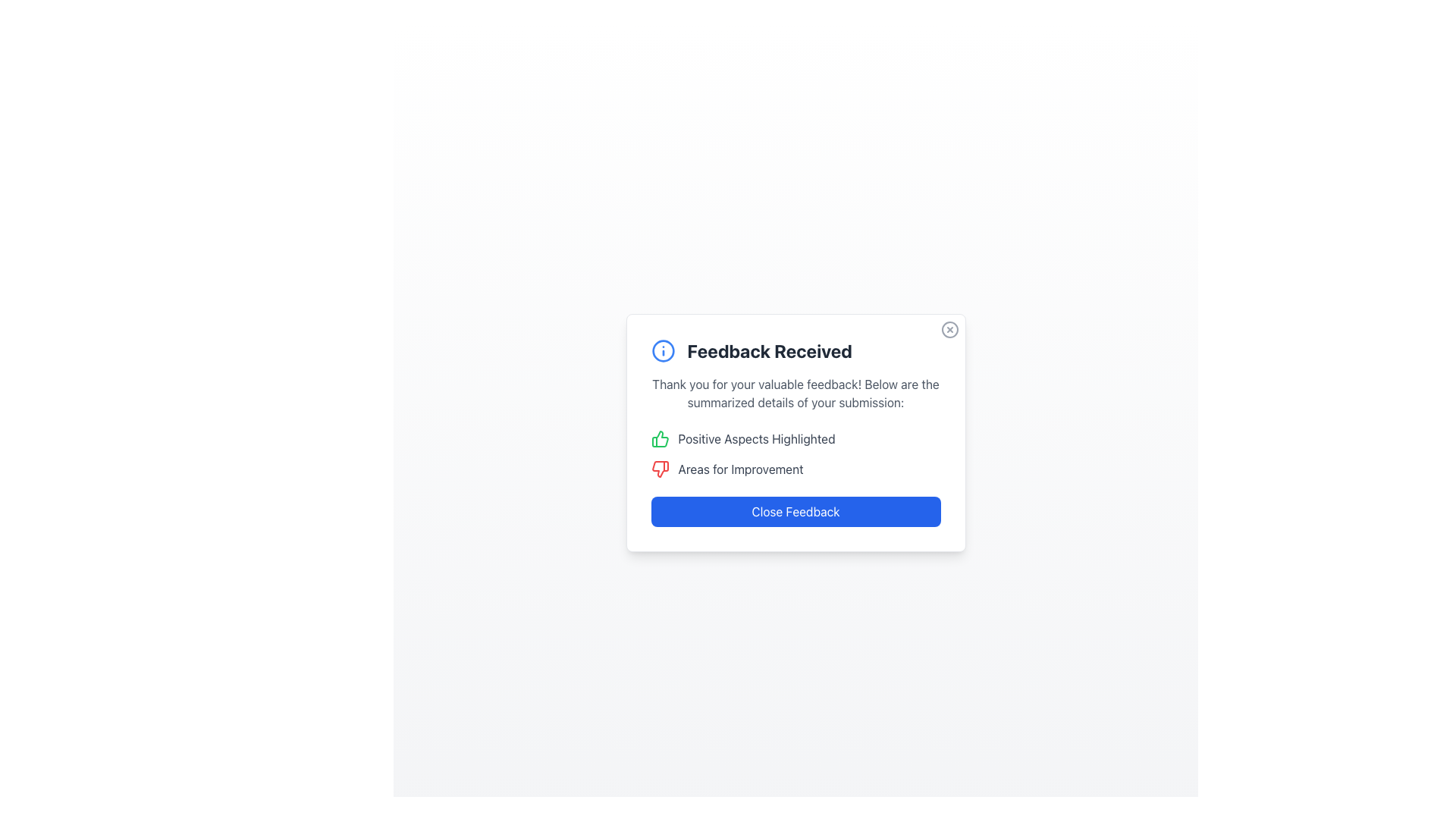 The width and height of the screenshot is (1456, 819). Describe the element at coordinates (741, 468) in the screenshot. I see `the text label reading 'Areas for Improvement' styled in gray text, which is positioned in the feedback summary card below the 'Positive Aspects Highlighted' label and next to a red thumbs-down icon` at that location.